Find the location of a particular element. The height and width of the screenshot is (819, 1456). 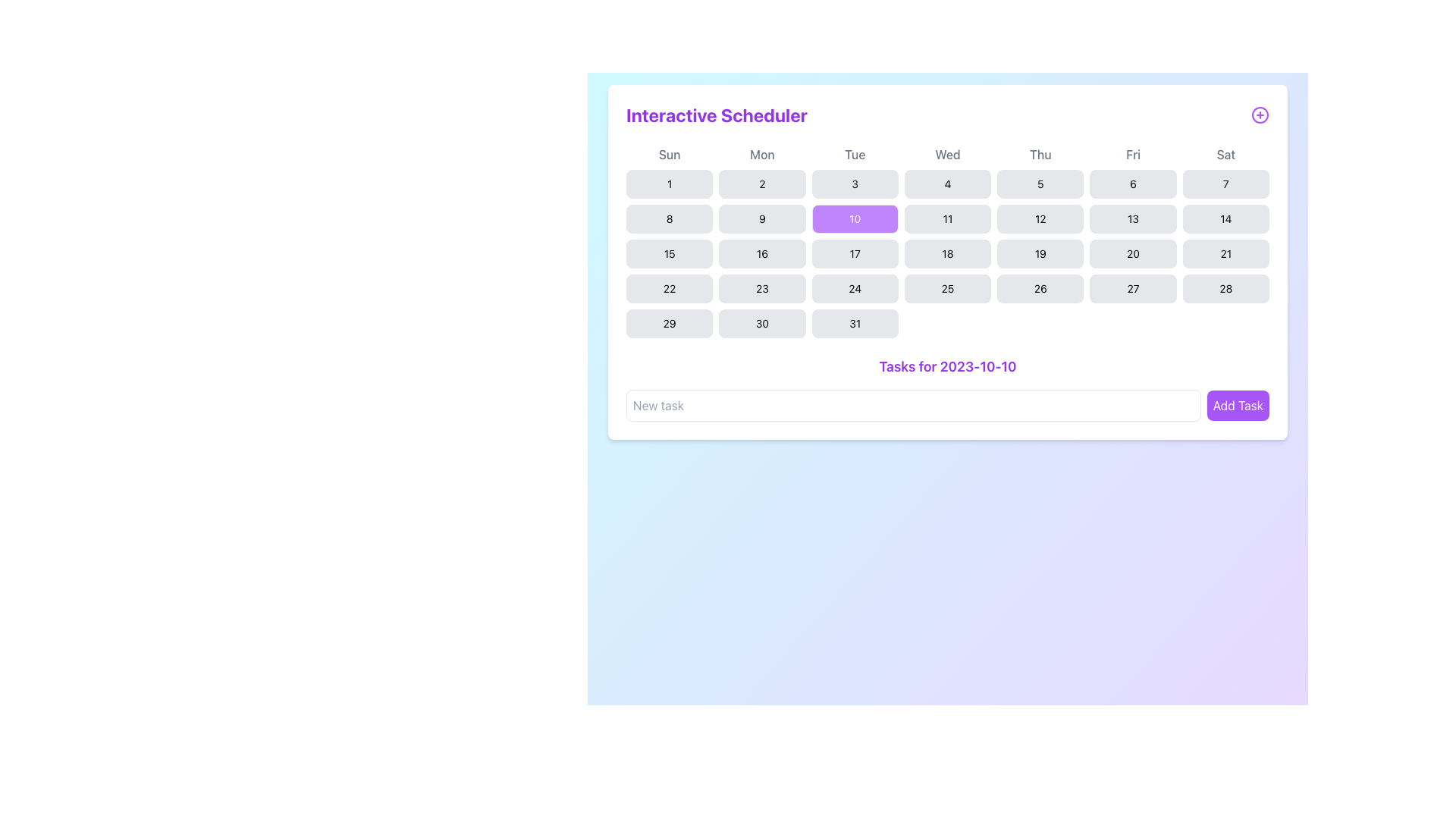

the button representing the 3rd day in the calendar interface under the 'Tue' column is located at coordinates (855, 184).